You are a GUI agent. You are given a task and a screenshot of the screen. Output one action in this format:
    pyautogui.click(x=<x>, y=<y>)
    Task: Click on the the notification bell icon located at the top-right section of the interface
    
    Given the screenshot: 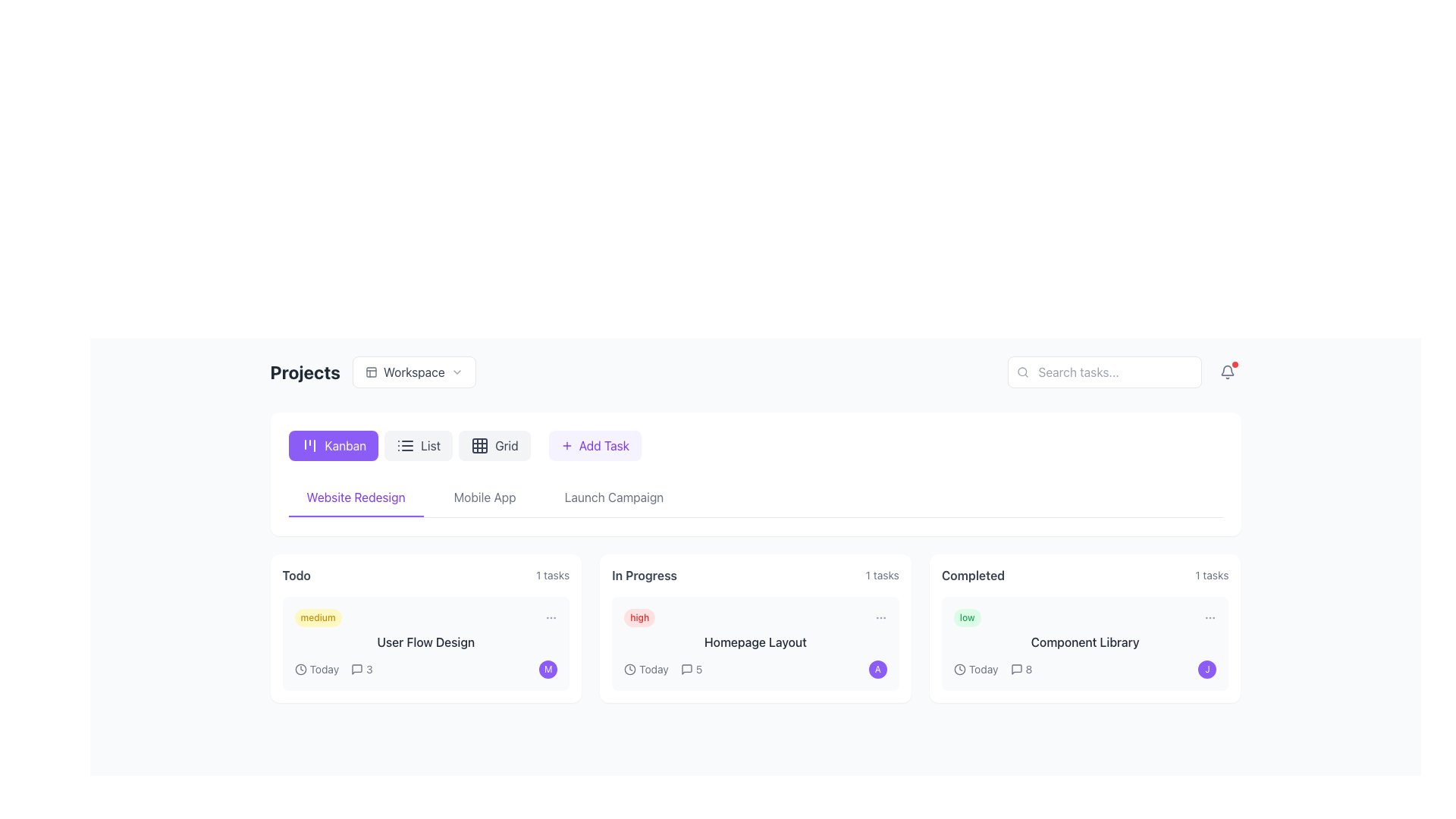 What is the action you would take?
    pyautogui.click(x=1227, y=372)
    